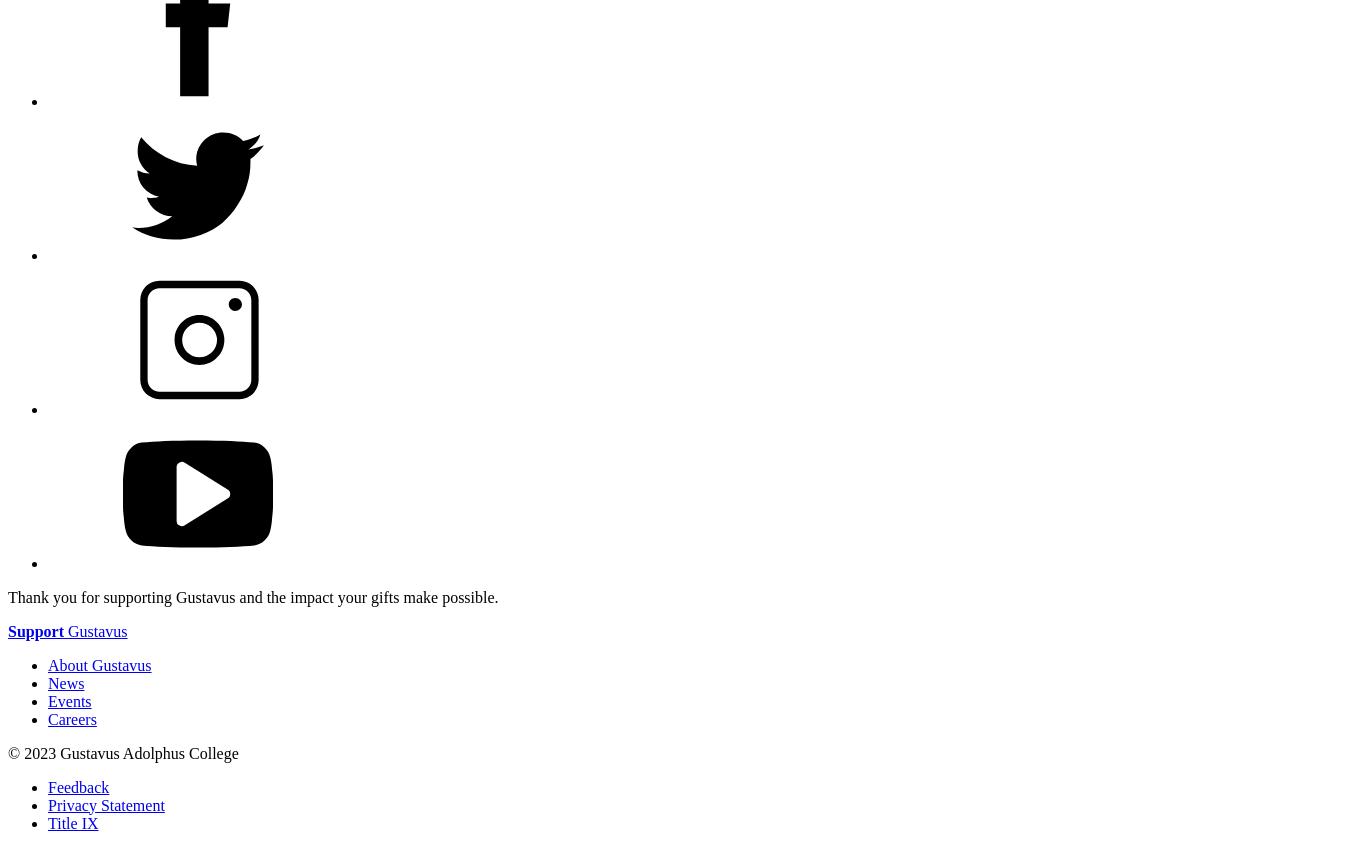 Image resolution: width=1366 pixels, height=848 pixels. What do you see at coordinates (71, 718) in the screenshot?
I see `'Careers'` at bounding box center [71, 718].